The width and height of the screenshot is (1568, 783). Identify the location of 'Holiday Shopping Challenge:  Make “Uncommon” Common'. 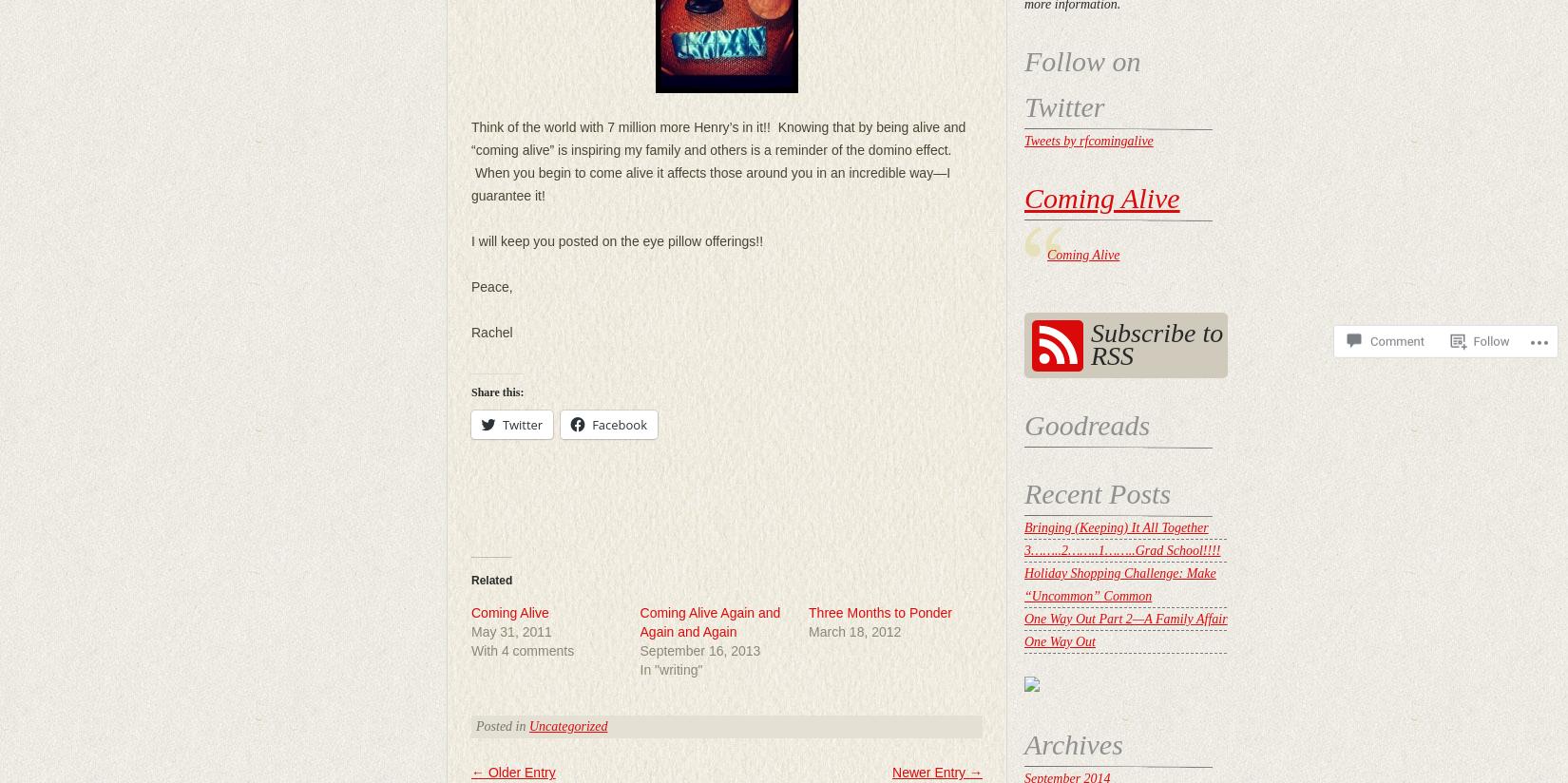
(1119, 584).